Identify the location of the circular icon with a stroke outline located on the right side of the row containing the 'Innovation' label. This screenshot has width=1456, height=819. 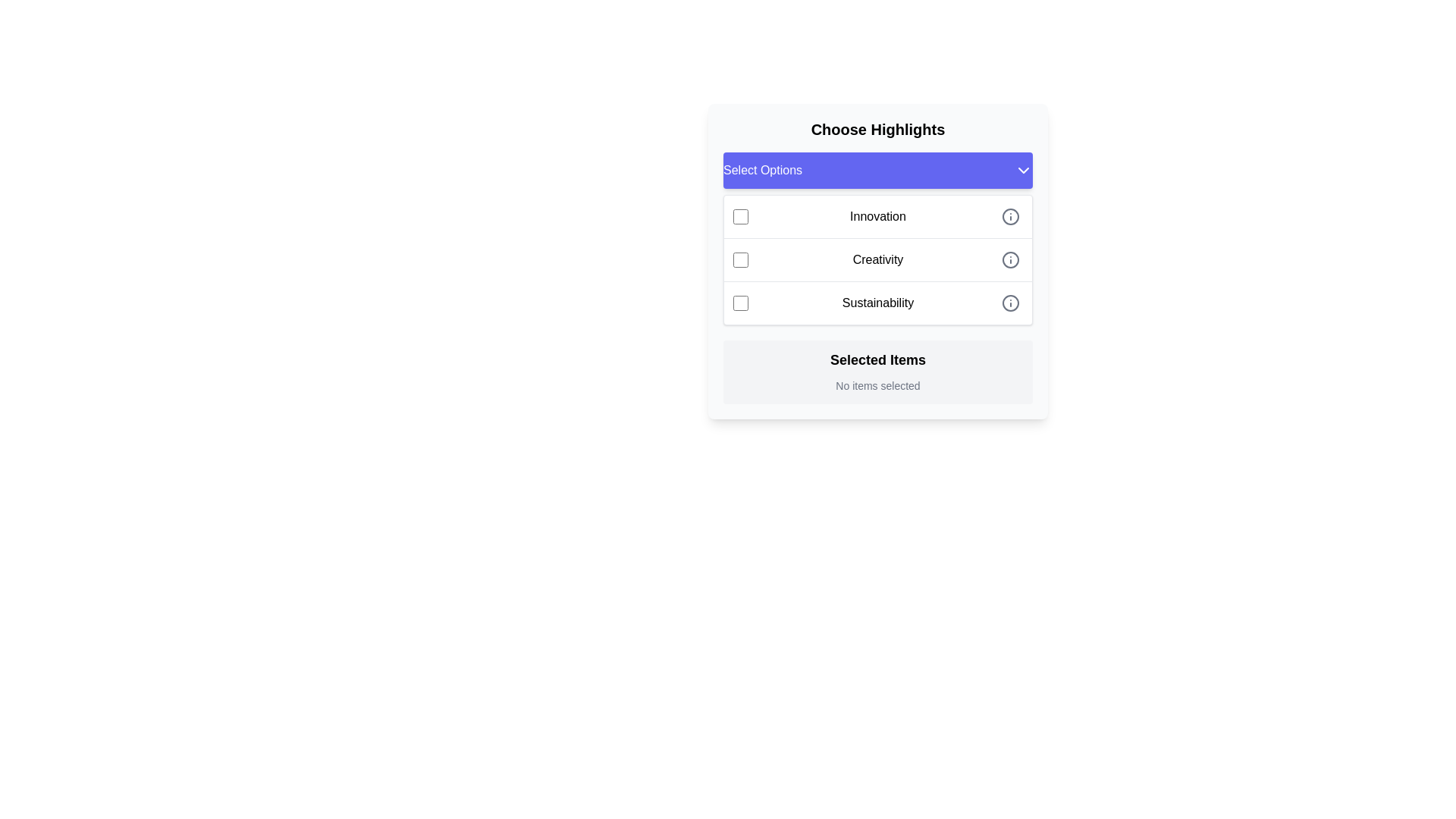
(1011, 216).